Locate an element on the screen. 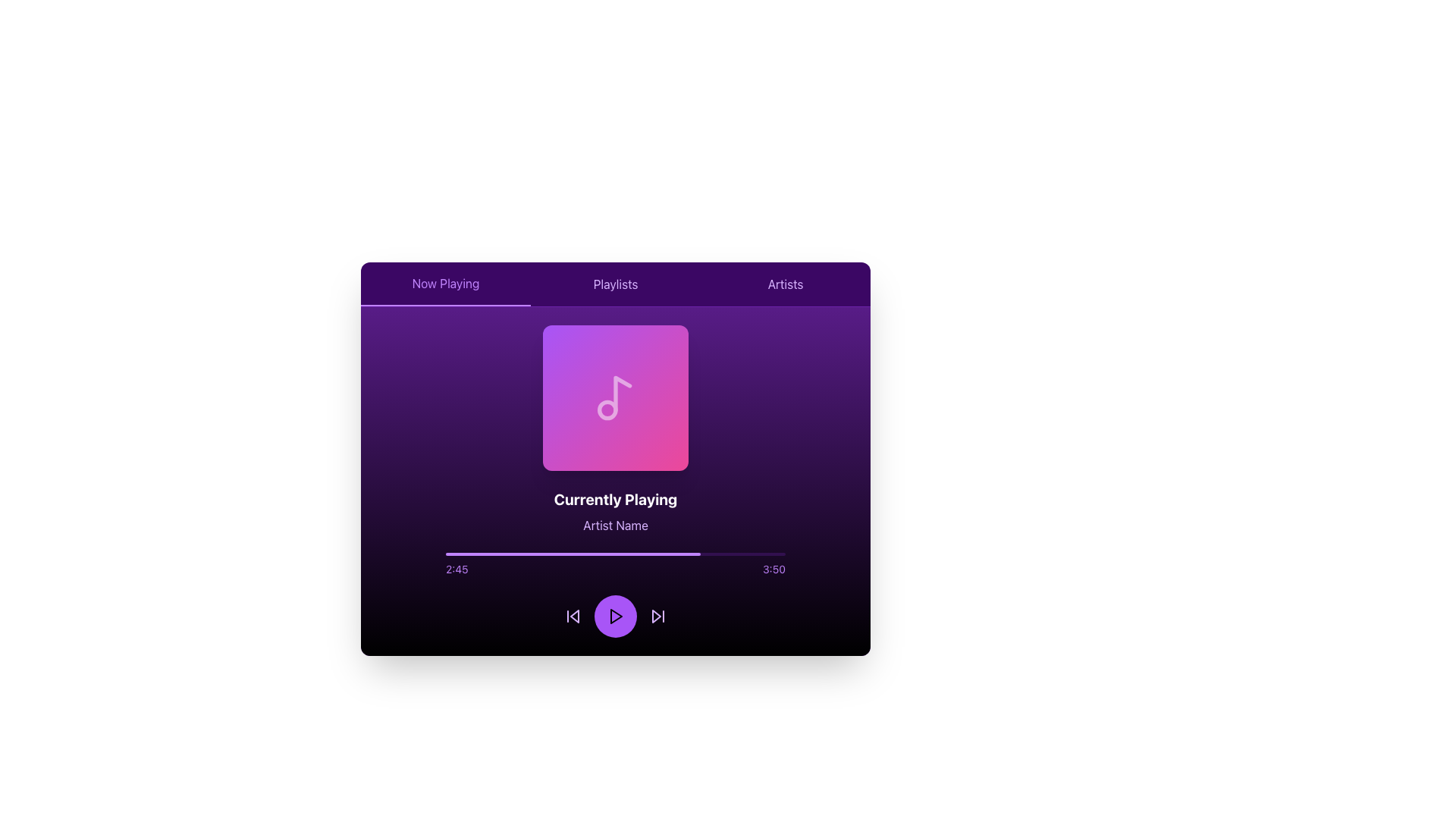 This screenshot has width=1456, height=819. text label displaying the name of the currently playing artist, located beneath 'Currently Playing' and above the progress bar is located at coordinates (615, 525).